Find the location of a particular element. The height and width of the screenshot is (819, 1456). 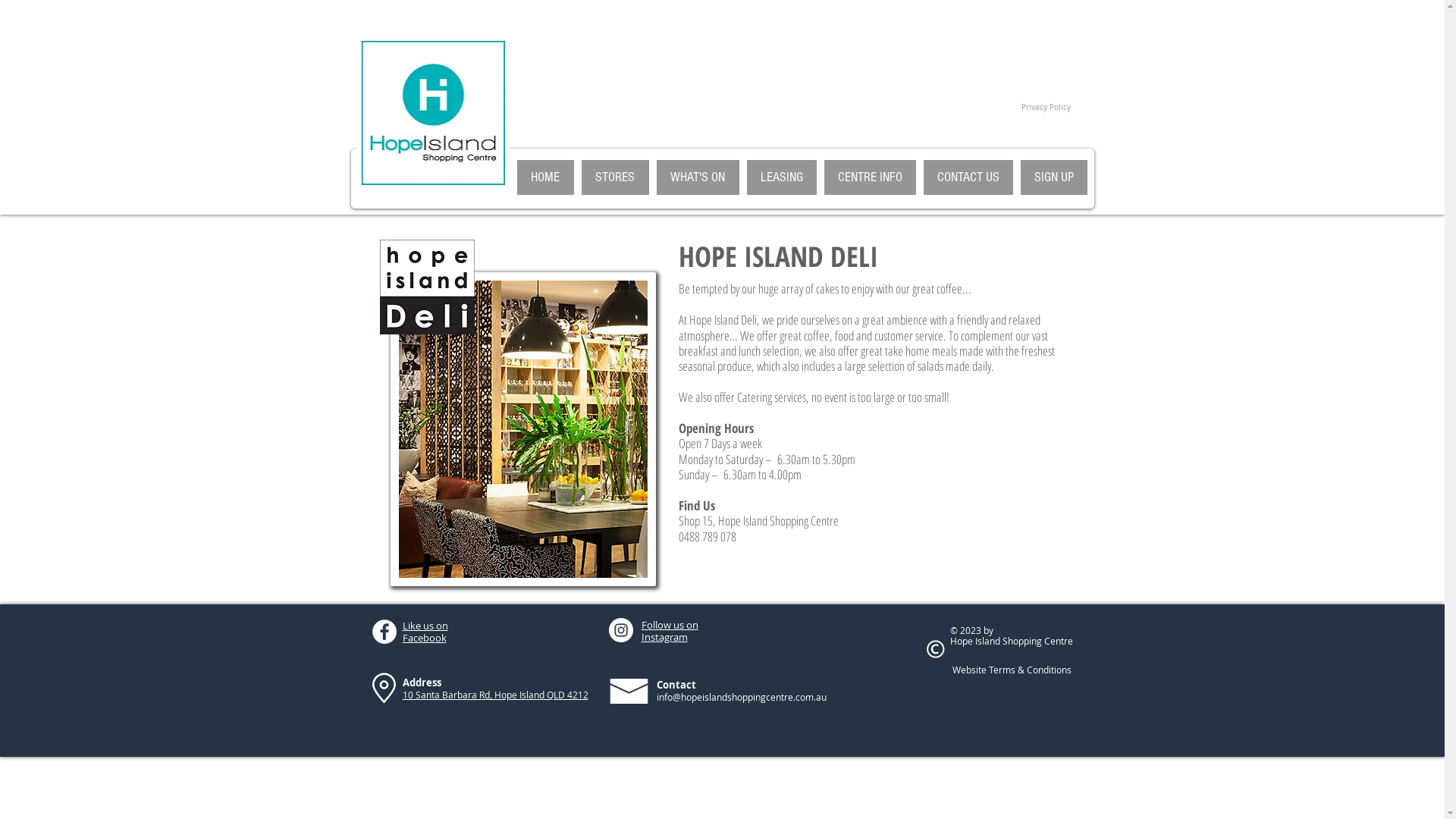

'CENTRE INFO' is located at coordinates (869, 177).